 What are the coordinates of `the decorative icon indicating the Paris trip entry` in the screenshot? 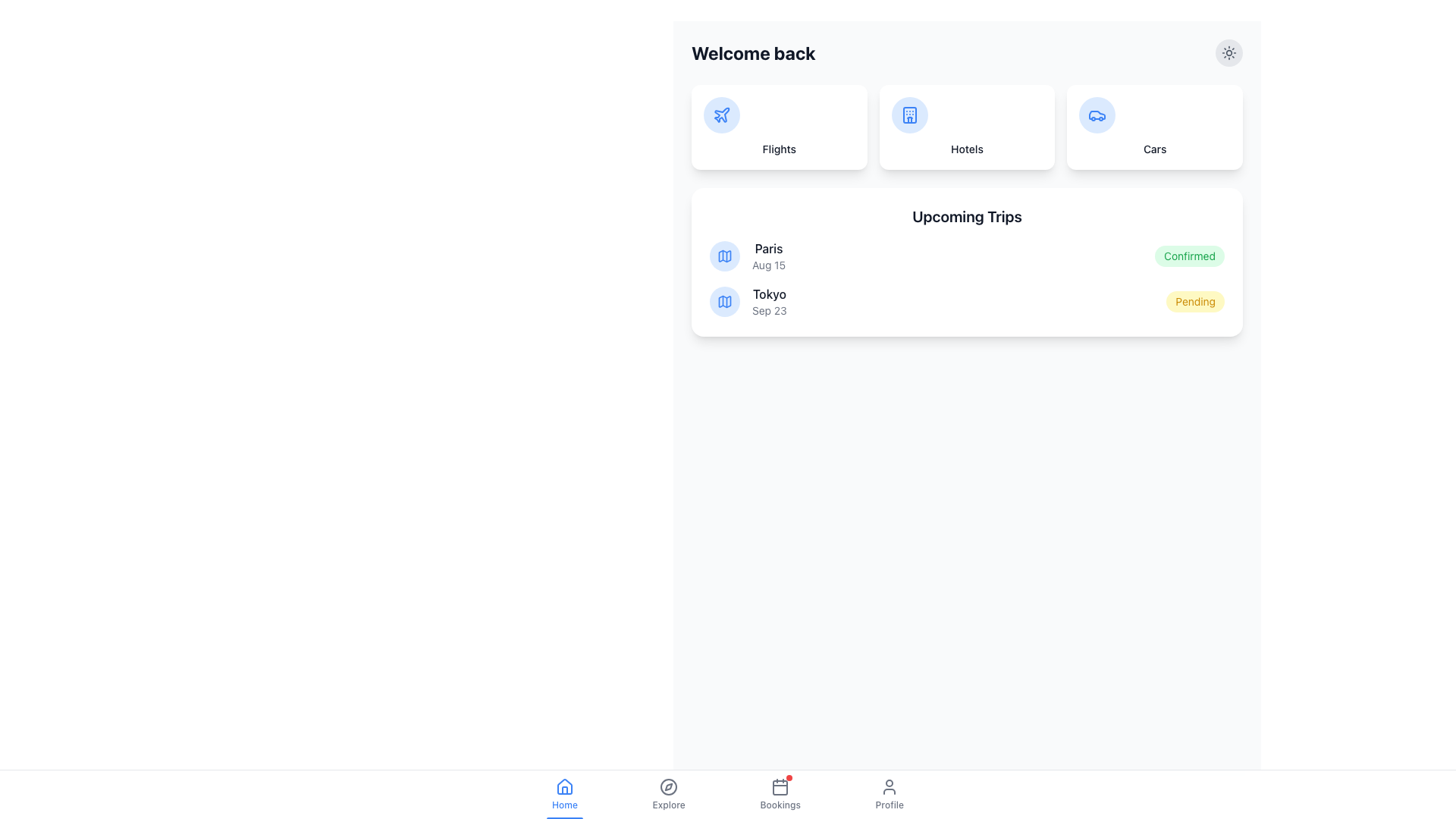 It's located at (723, 256).